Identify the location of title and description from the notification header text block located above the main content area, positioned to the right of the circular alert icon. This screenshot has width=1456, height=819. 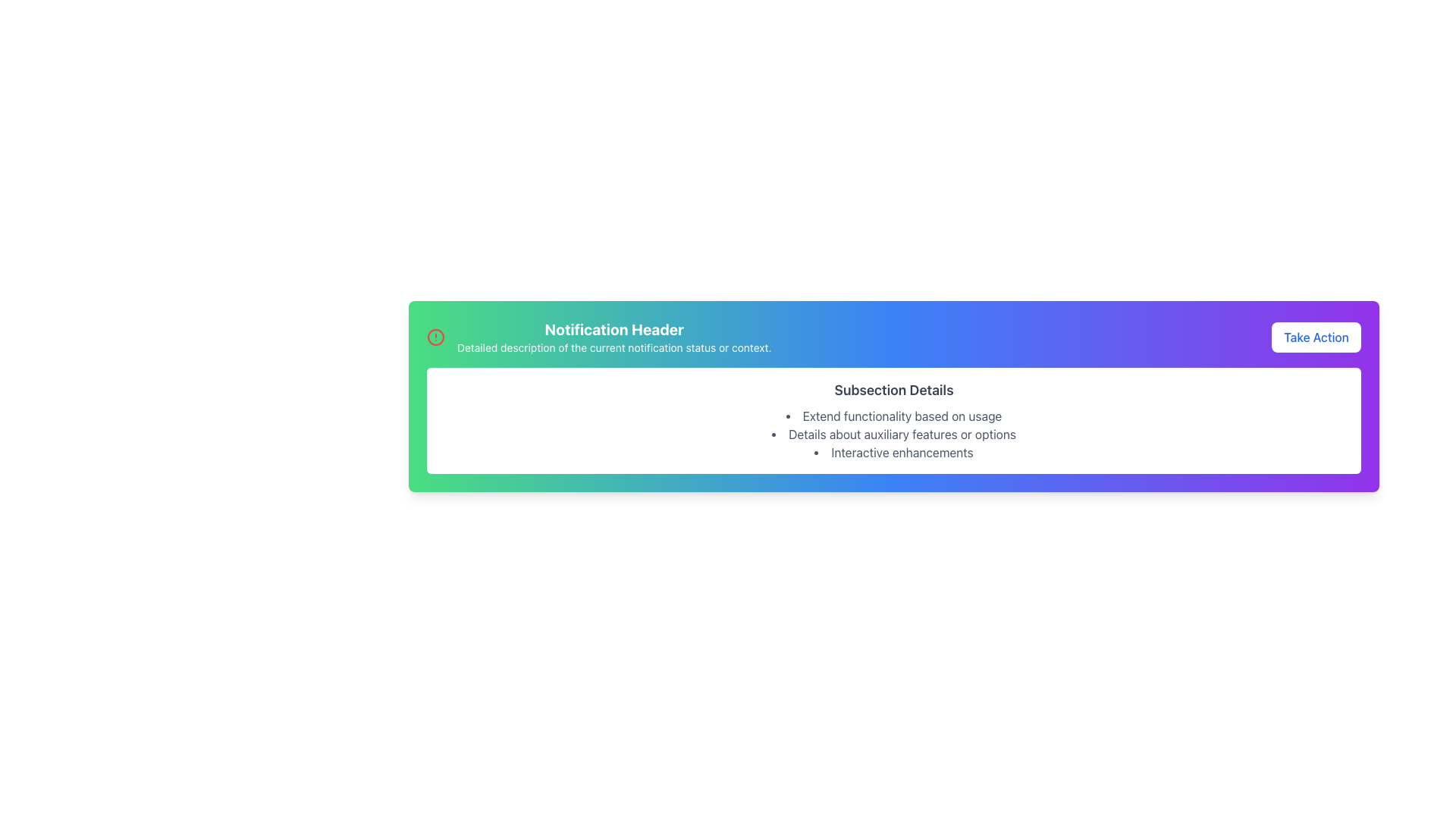
(614, 336).